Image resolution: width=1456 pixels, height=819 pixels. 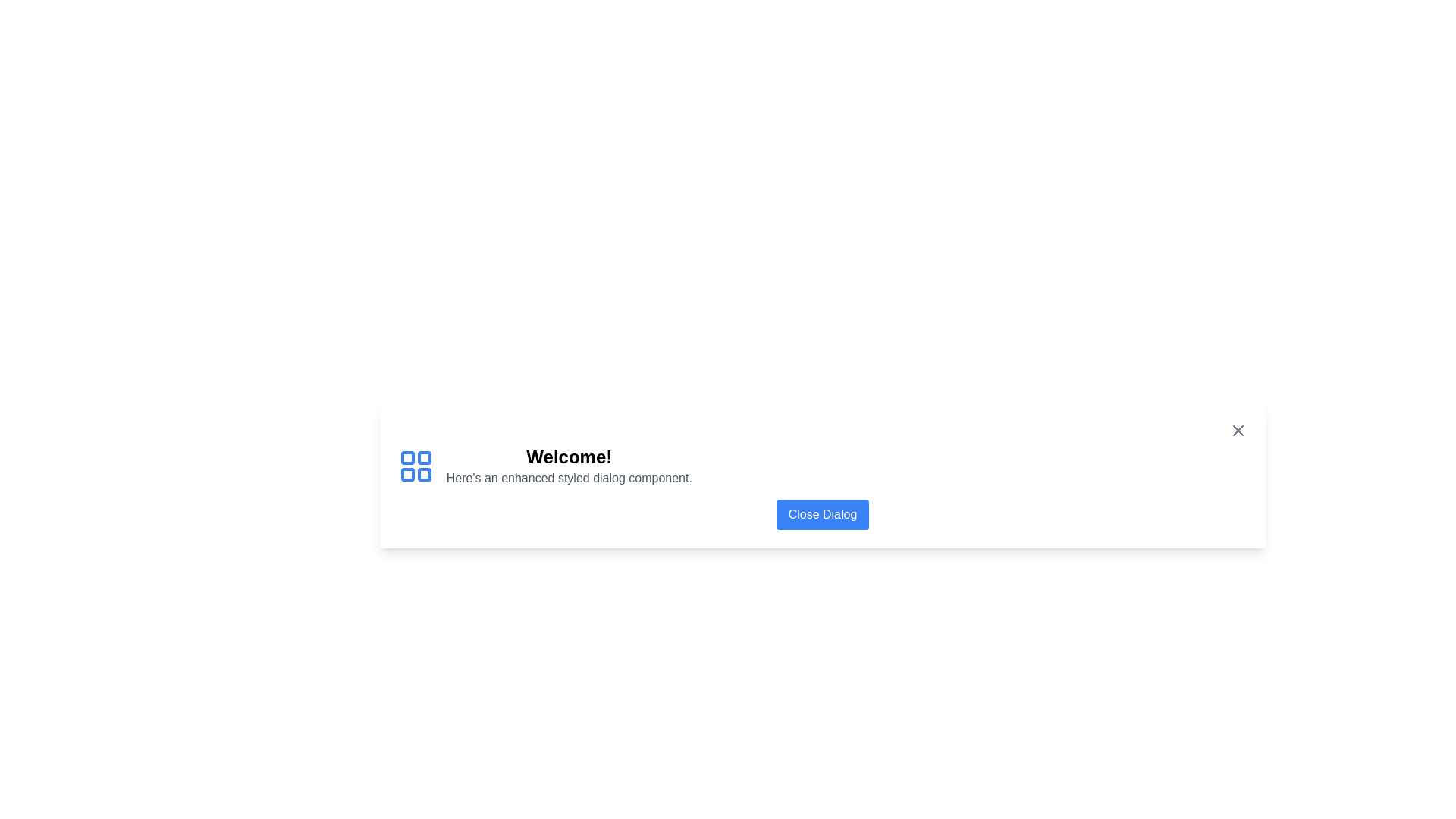 I want to click on the small gray 'X' button located at the top-right corner of the dialog box, so click(x=1238, y=430).